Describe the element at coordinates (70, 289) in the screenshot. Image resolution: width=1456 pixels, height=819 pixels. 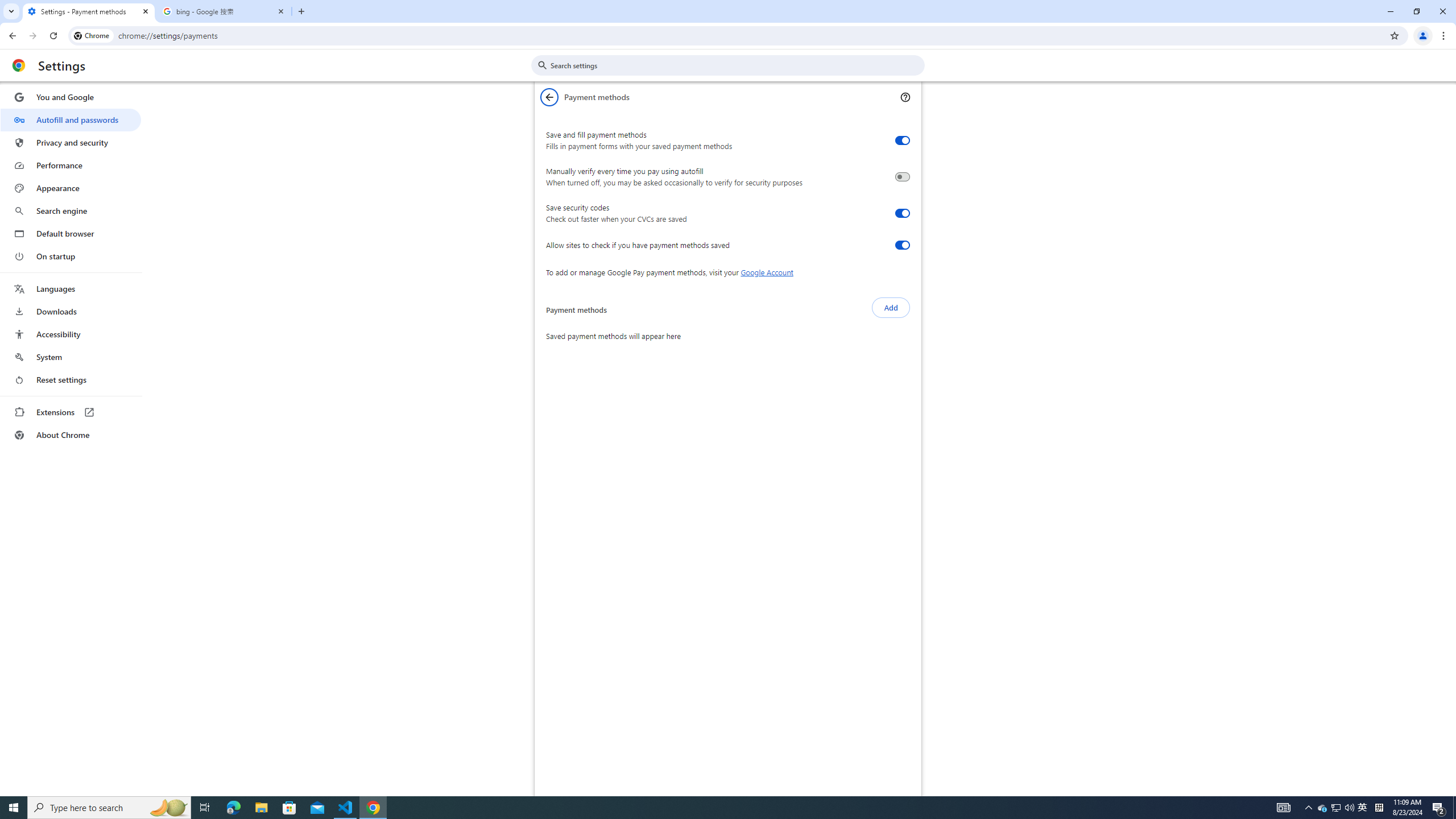
I see `'Languages'` at that location.